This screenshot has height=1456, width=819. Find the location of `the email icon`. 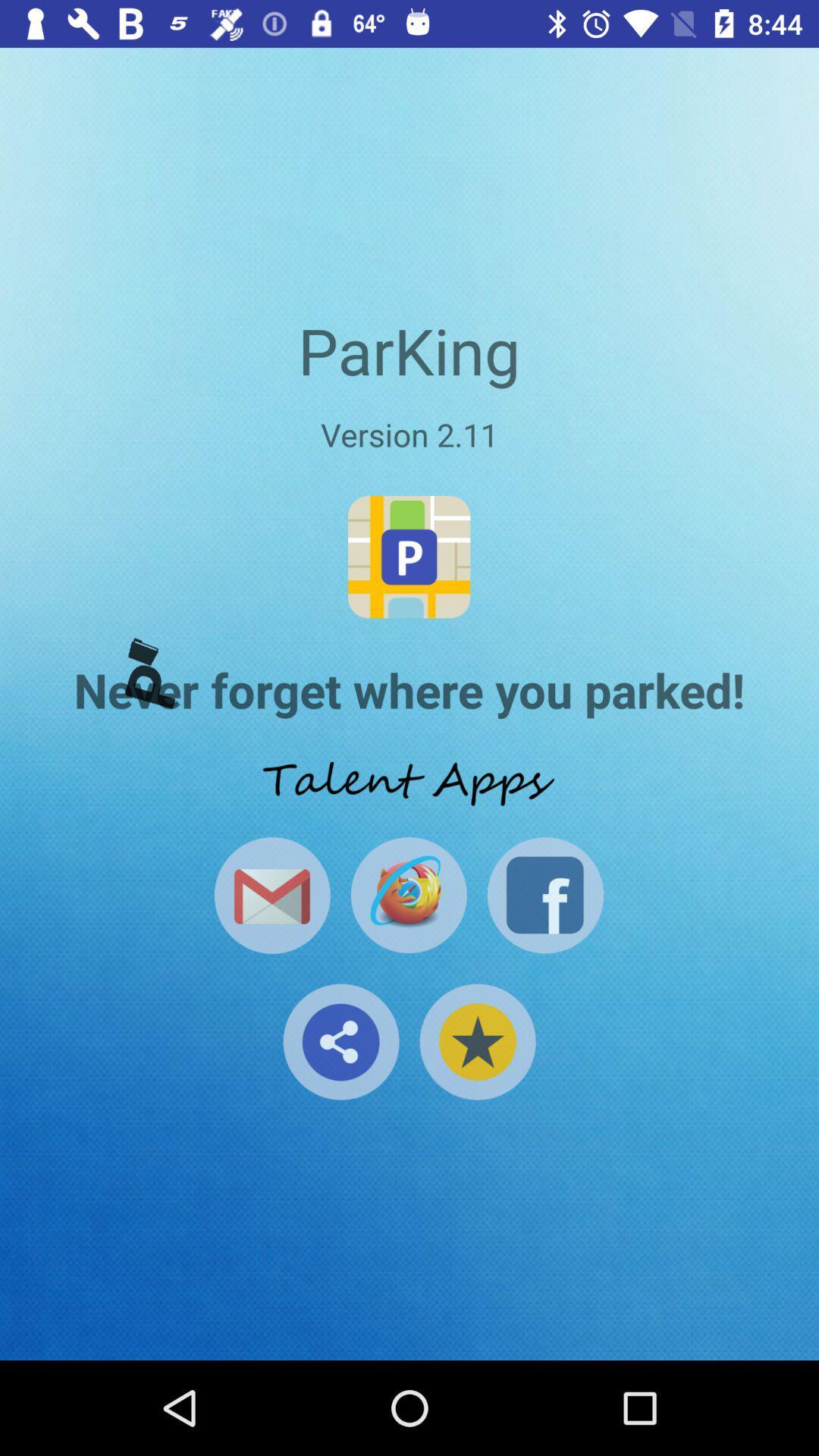

the email icon is located at coordinates (271, 895).